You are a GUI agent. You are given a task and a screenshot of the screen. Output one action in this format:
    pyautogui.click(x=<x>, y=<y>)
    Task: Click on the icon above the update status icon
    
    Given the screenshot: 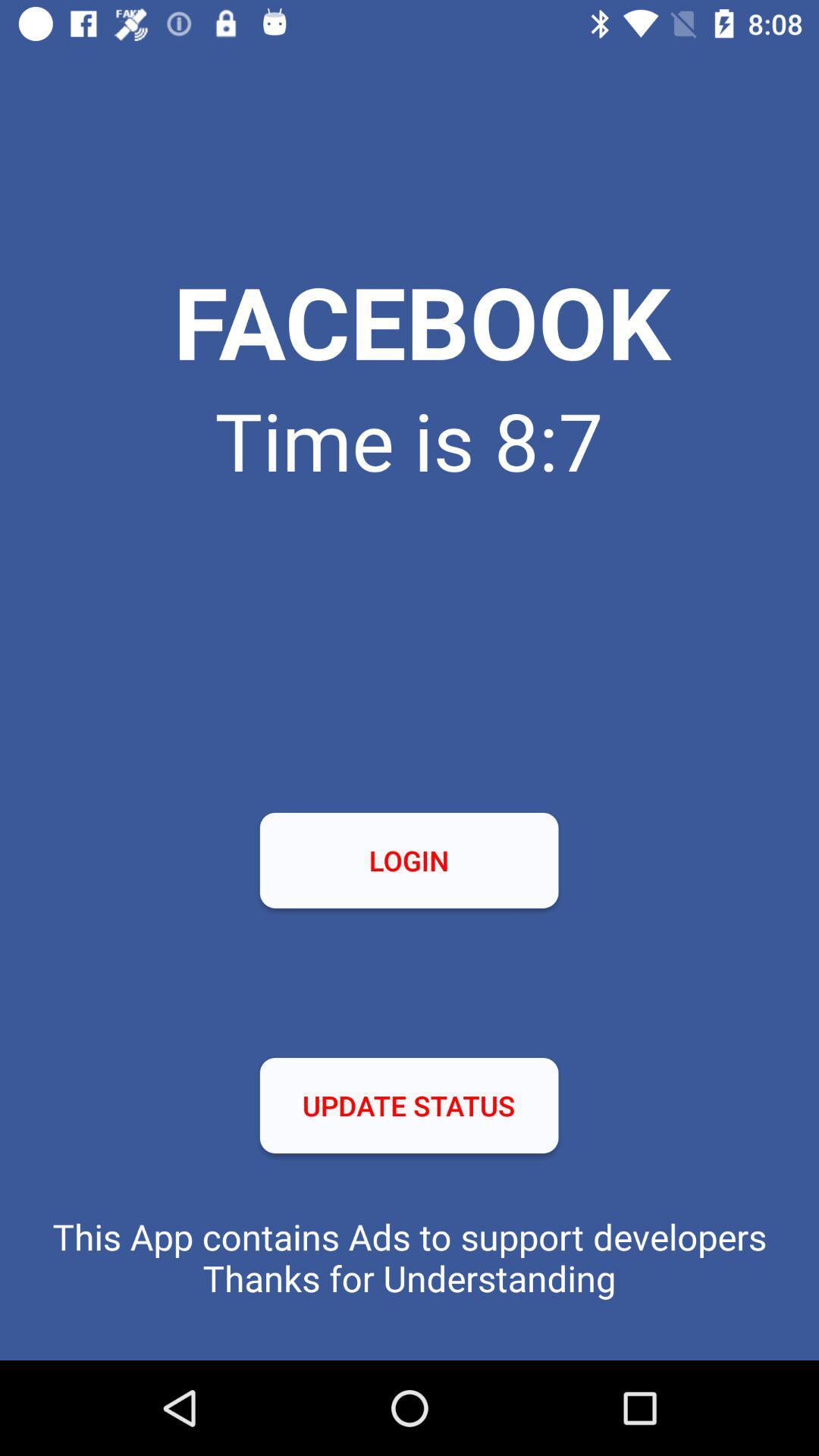 What is the action you would take?
    pyautogui.click(x=408, y=860)
    